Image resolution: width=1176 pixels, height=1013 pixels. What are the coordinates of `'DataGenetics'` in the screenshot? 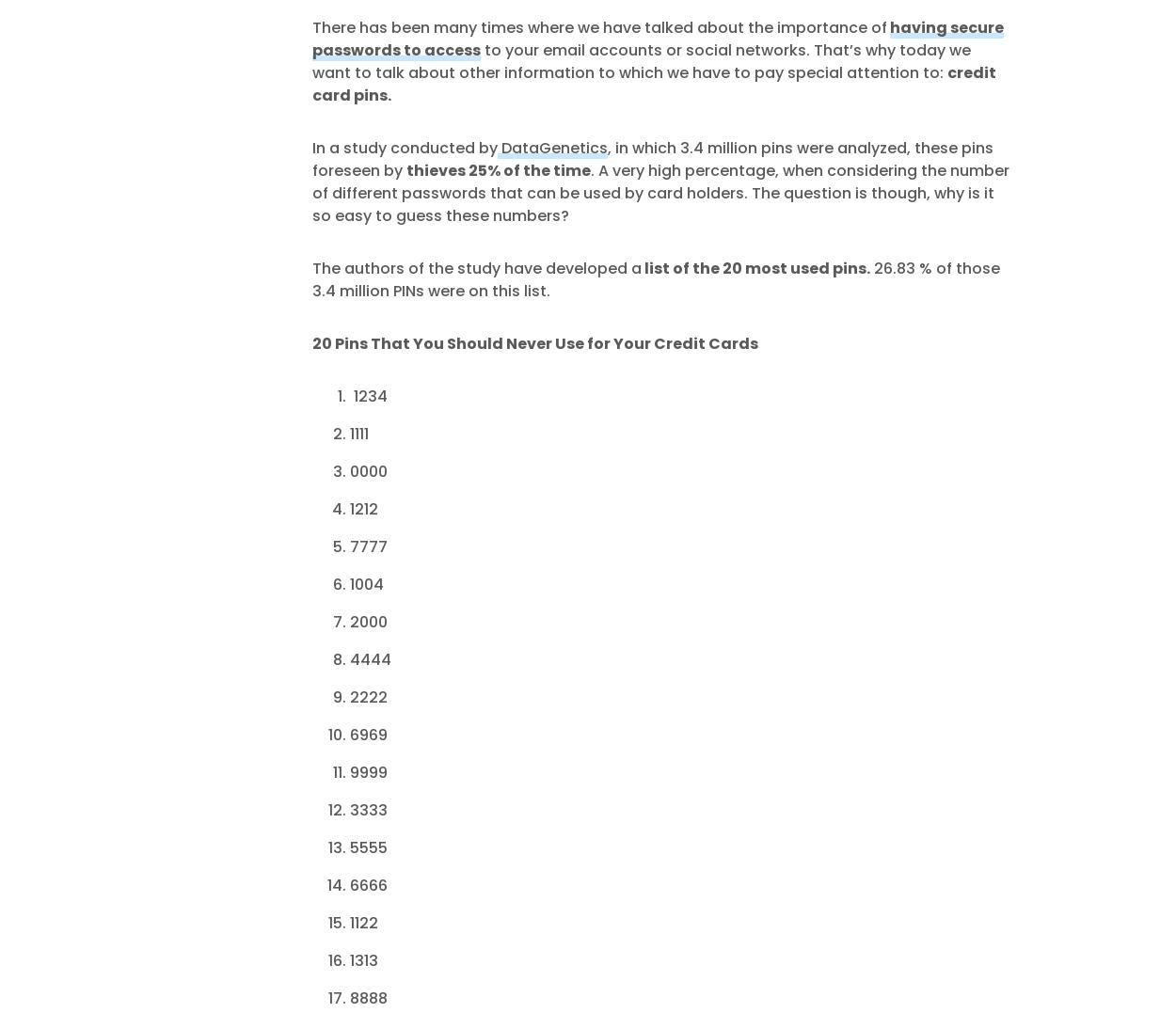 It's located at (550, 147).